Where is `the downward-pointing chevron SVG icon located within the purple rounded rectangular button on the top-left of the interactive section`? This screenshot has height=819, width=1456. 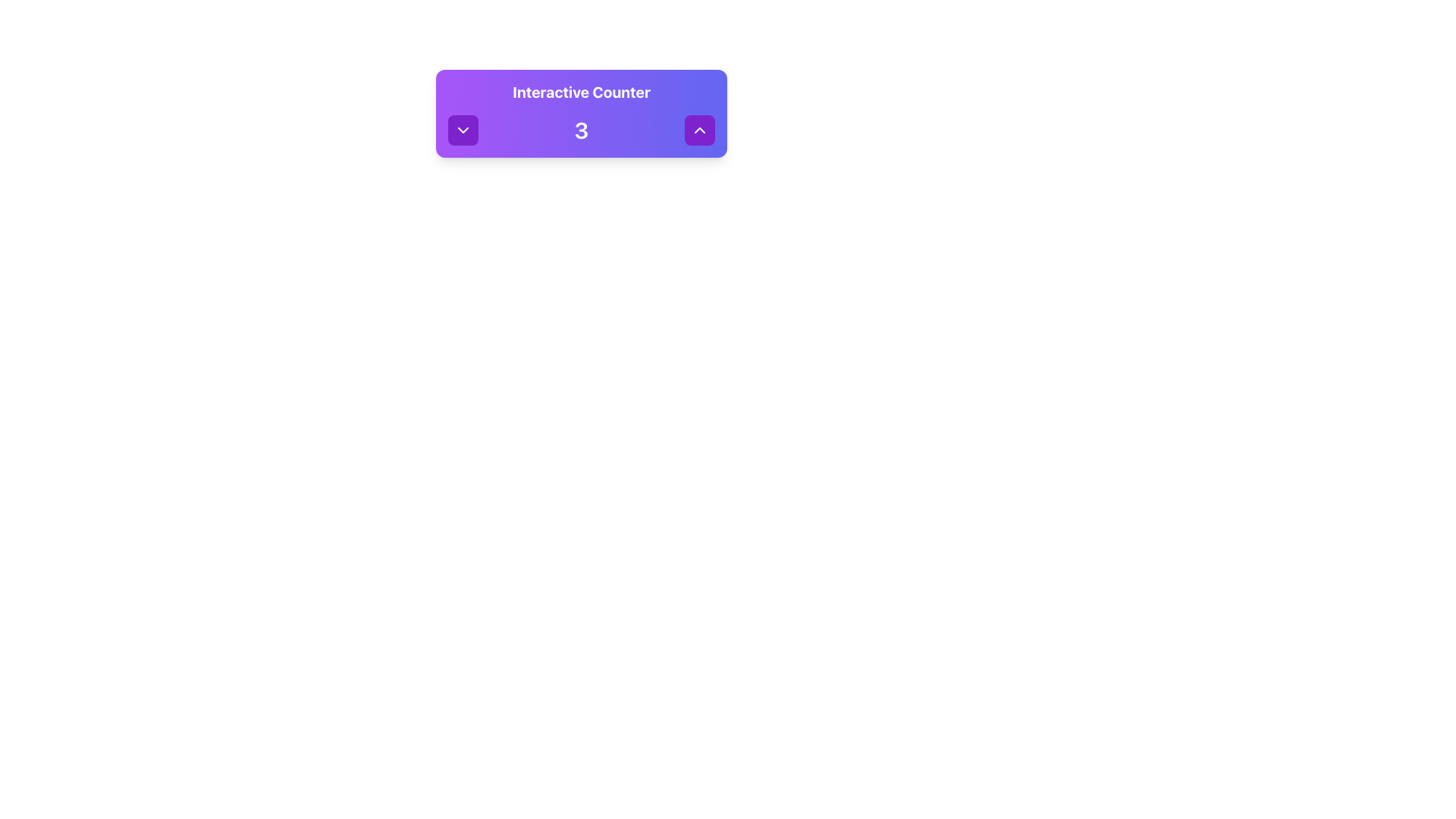
the downward-pointing chevron SVG icon located within the purple rounded rectangular button on the top-left of the interactive section is located at coordinates (462, 130).